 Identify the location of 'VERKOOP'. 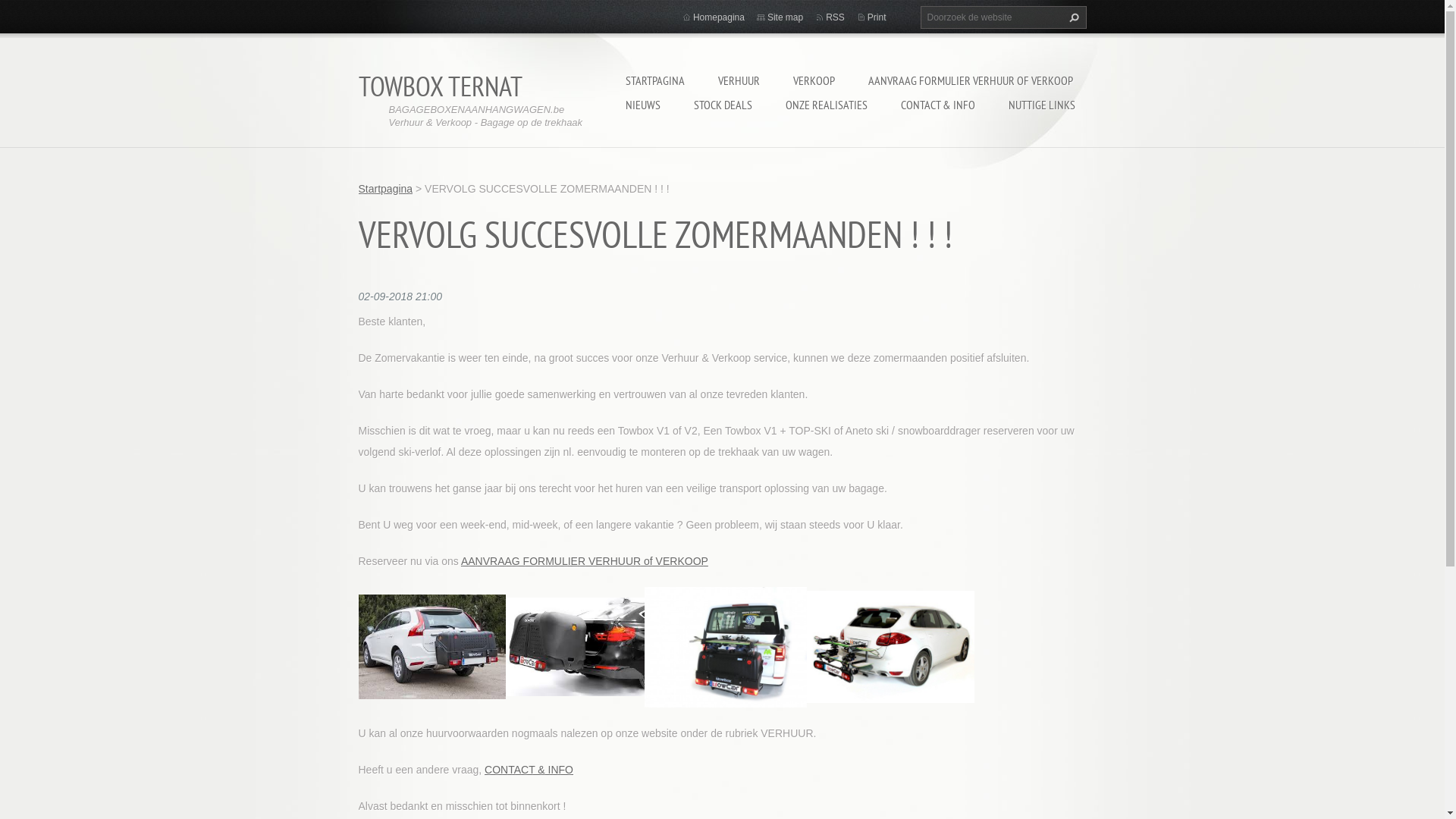
(813, 80).